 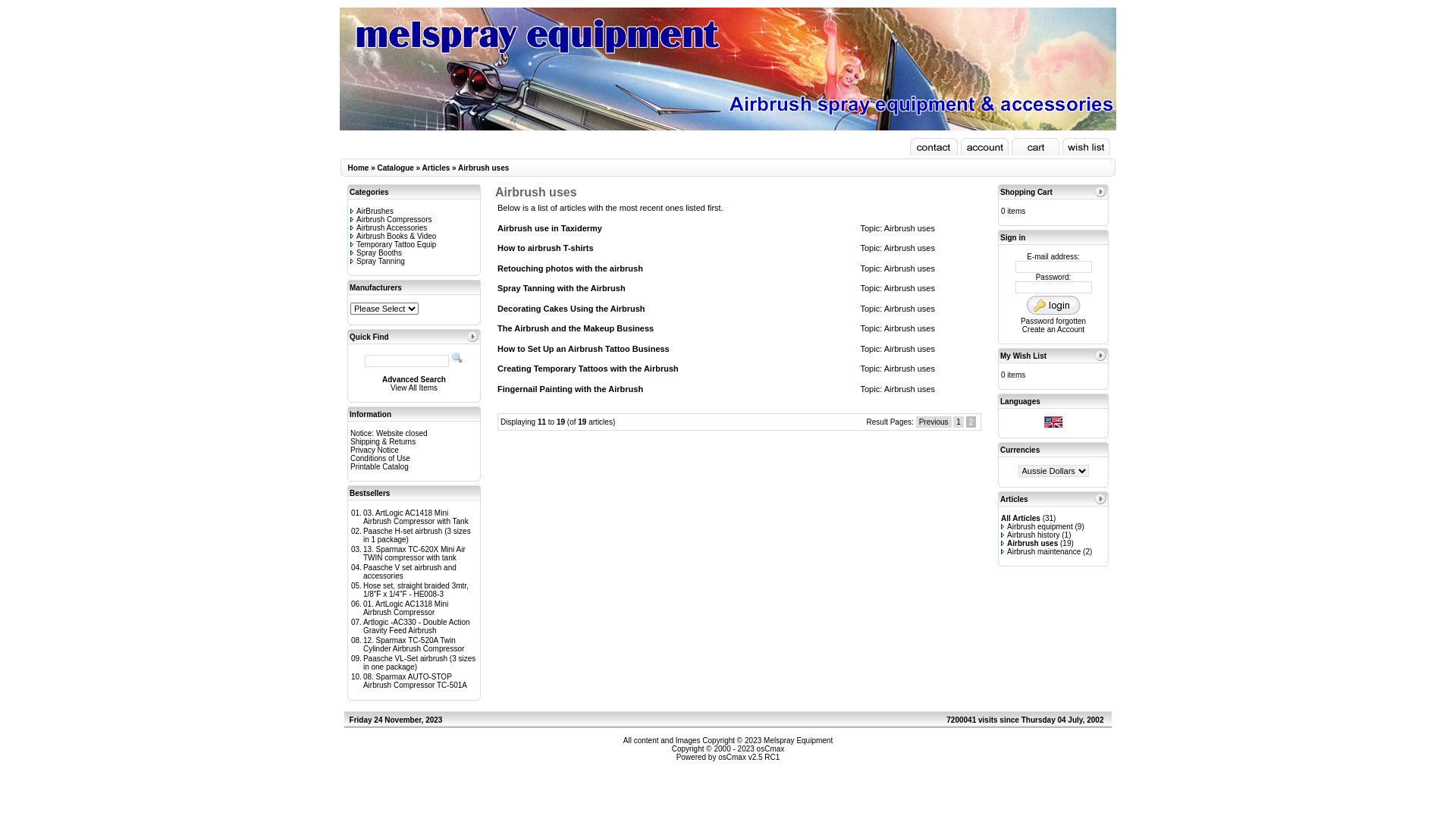 I want to click on 'Spray Tanning with the Airbrush', so click(x=560, y=288).